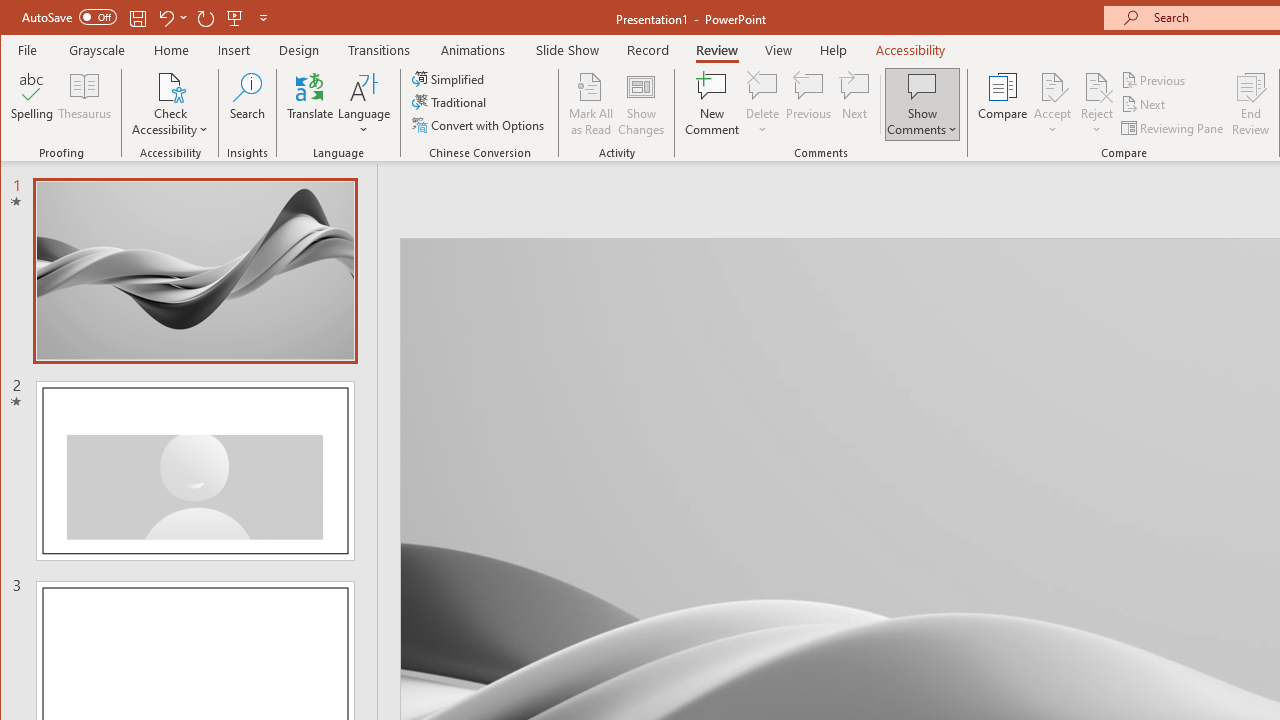  Describe the element at coordinates (450, 102) in the screenshot. I see `'Traditional'` at that location.